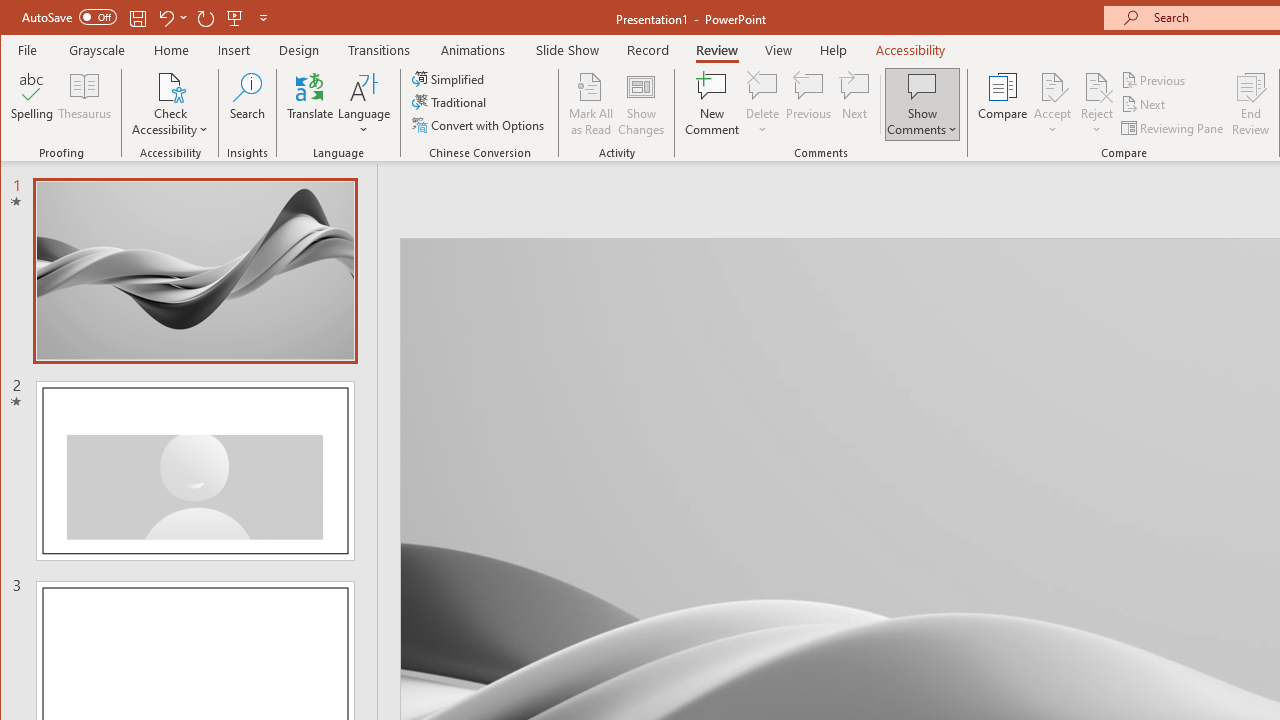  Describe the element at coordinates (450, 102) in the screenshot. I see `'Traditional'` at that location.